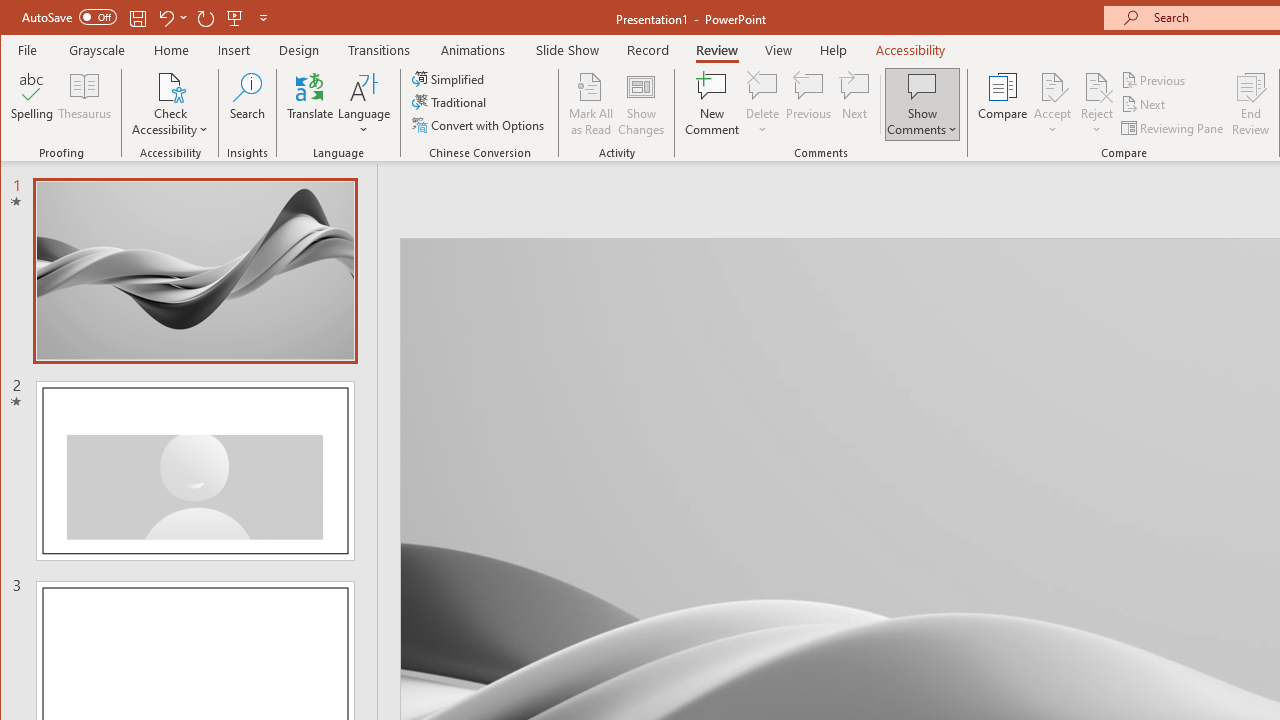  Describe the element at coordinates (450, 102) in the screenshot. I see `'Traditional'` at that location.